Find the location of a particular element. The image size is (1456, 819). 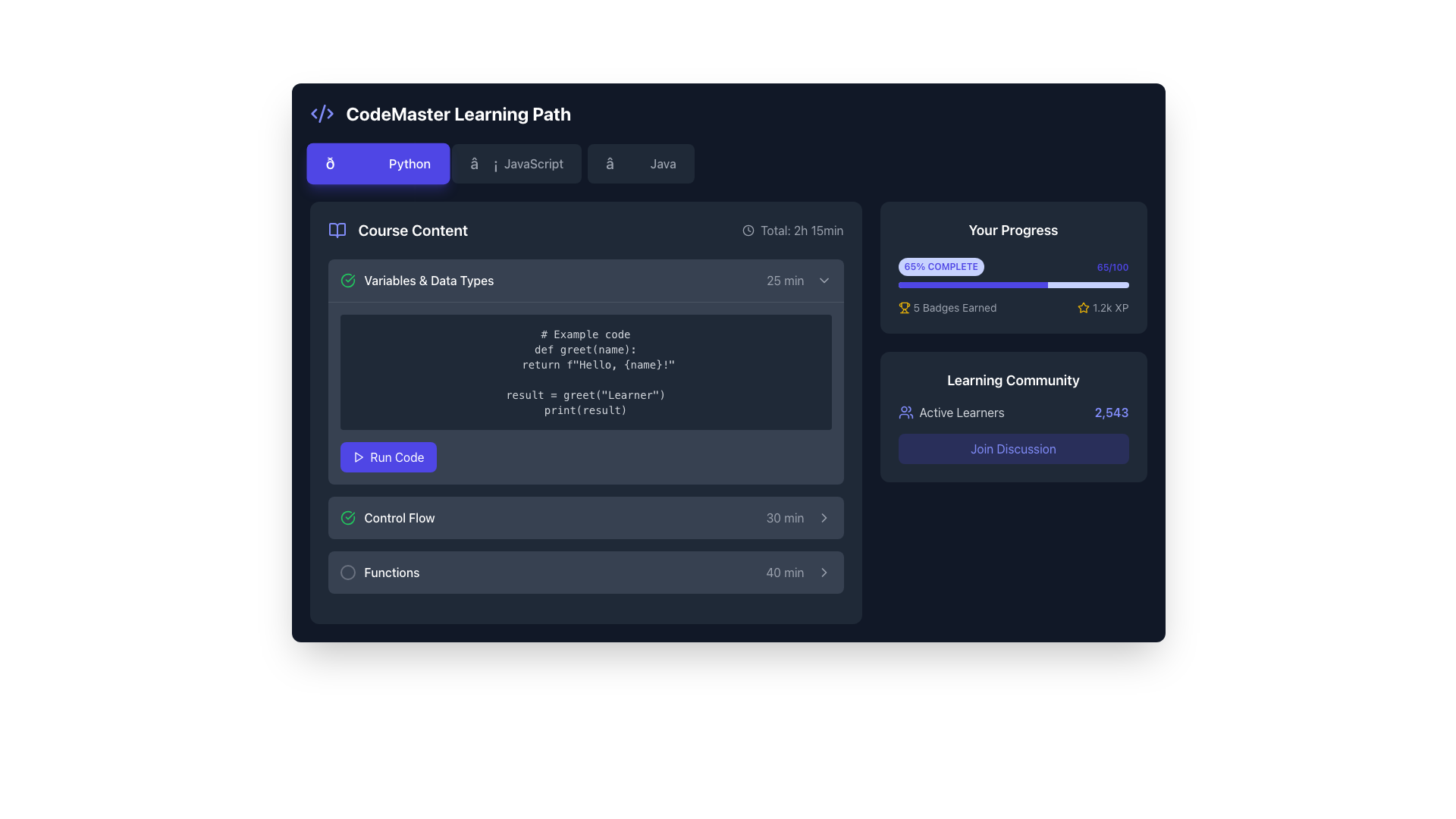

the Code snippet viewer located in the 'Variables & Data Types' section of the 'Course Content' area, which displays a Python code snippet is located at coordinates (585, 392).